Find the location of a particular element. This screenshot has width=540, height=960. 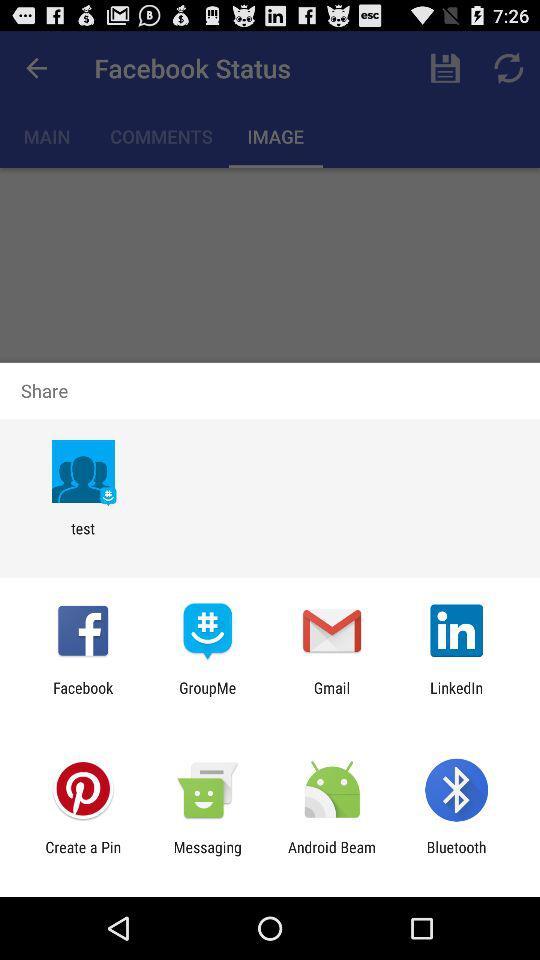

app next to the android beam is located at coordinates (456, 855).